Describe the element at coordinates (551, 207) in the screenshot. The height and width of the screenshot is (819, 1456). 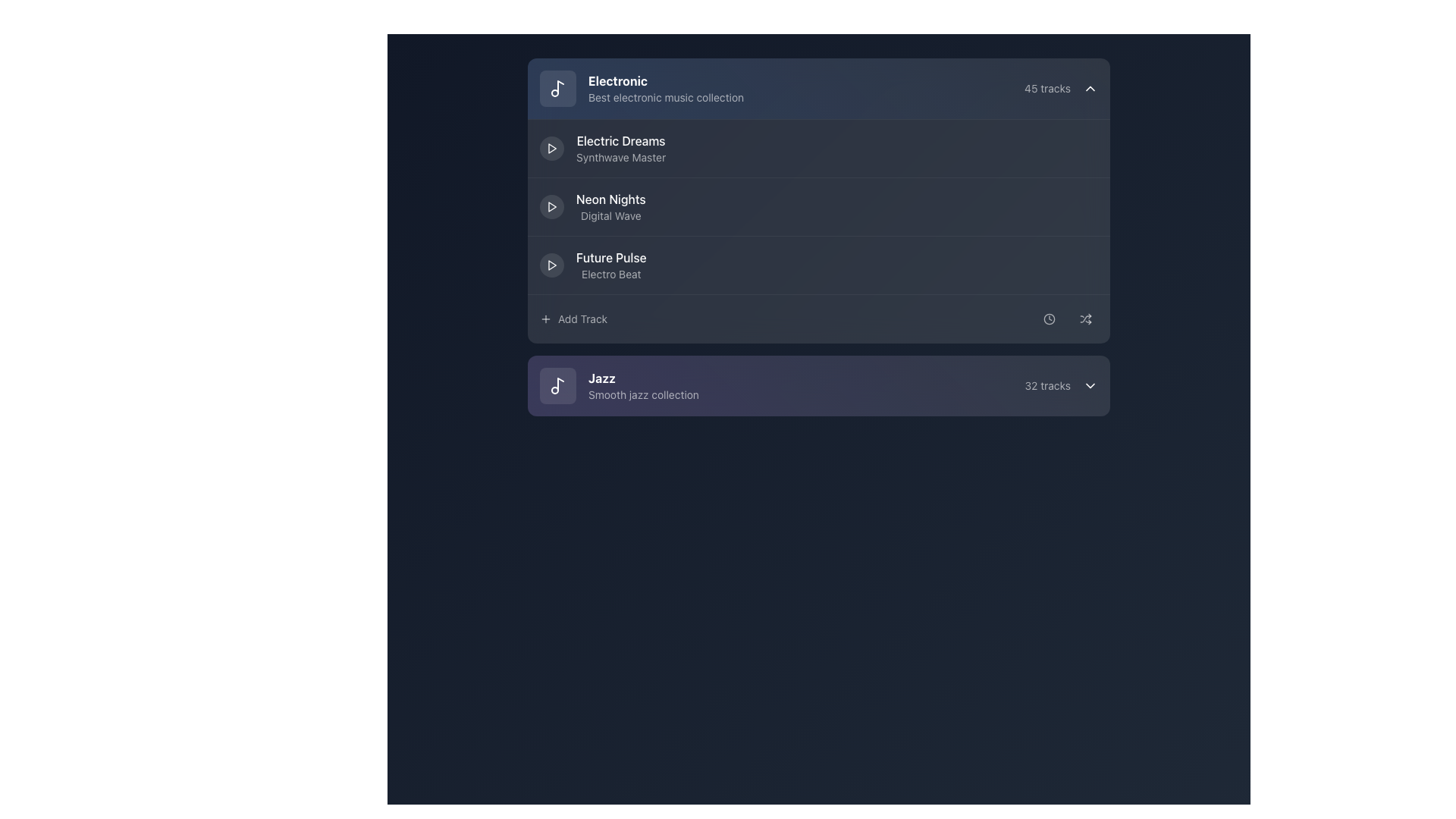
I see `the play button for the 'Neon Nights' track located` at that location.